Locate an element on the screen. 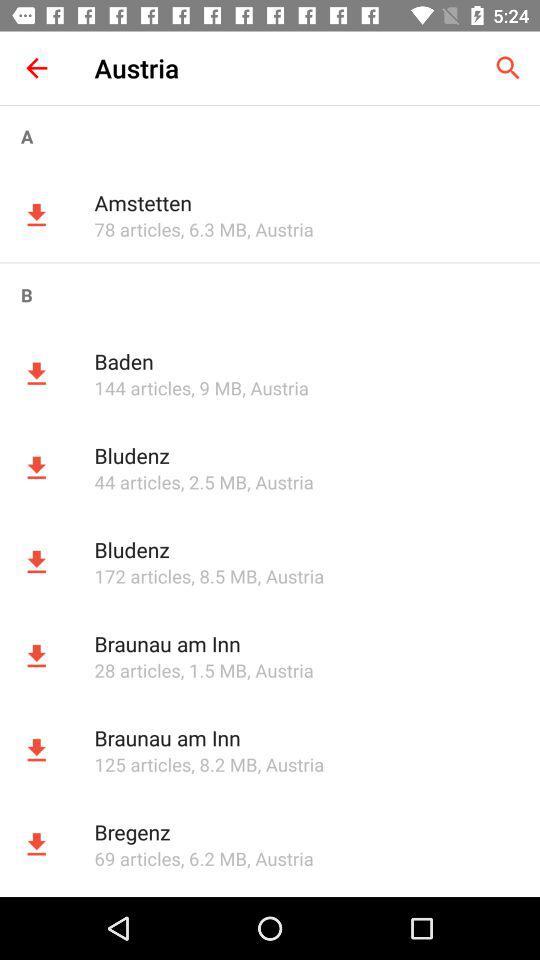 Image resolution: width=540 pixels, height=960 pixels. item to the left of , 6.2 mb app is located at coordinates (136, 857).